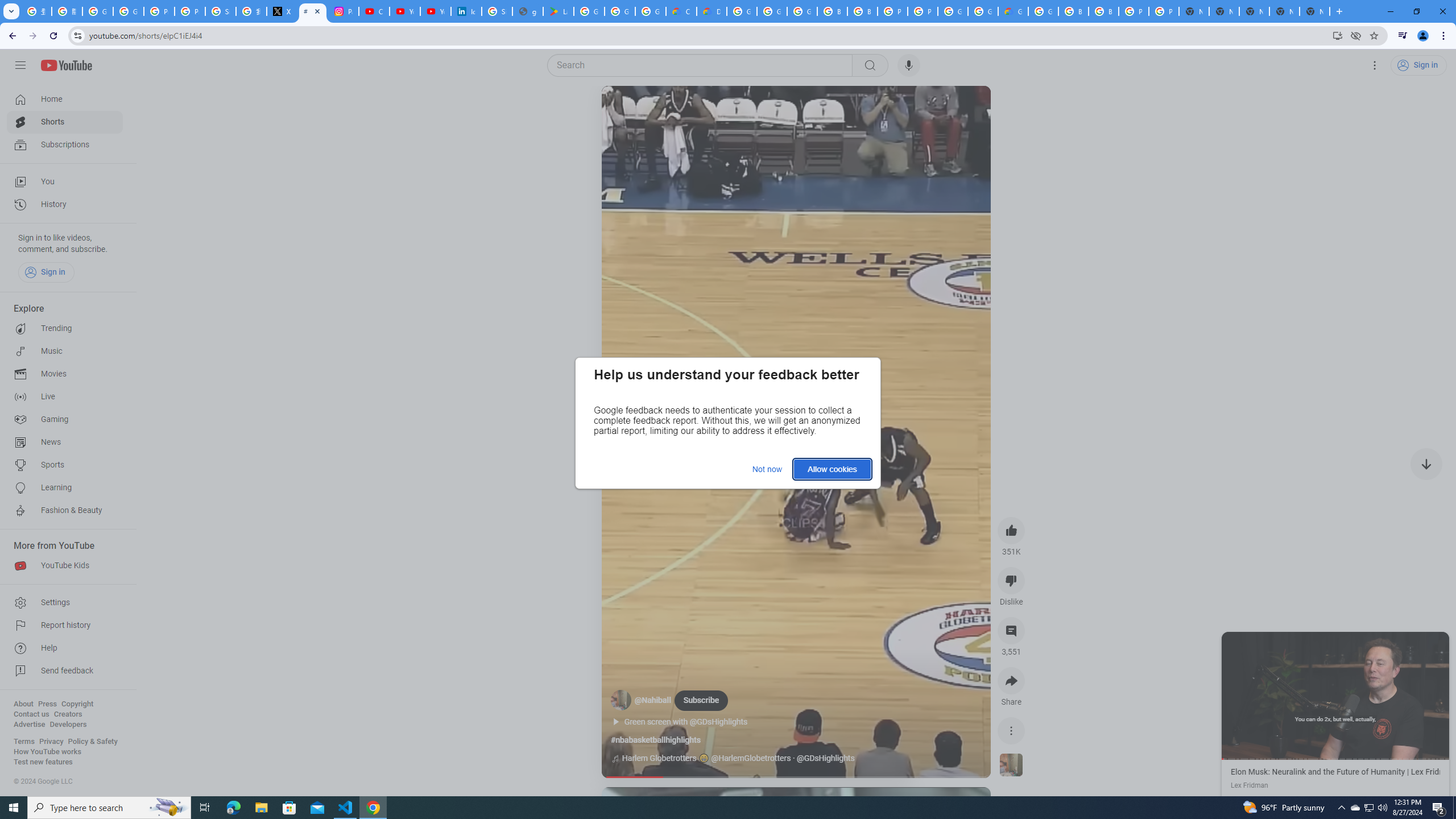  What do you see at coordinates (64, 98) in the screenshot?
I see `'Home'` at bounding box center [64, 98].